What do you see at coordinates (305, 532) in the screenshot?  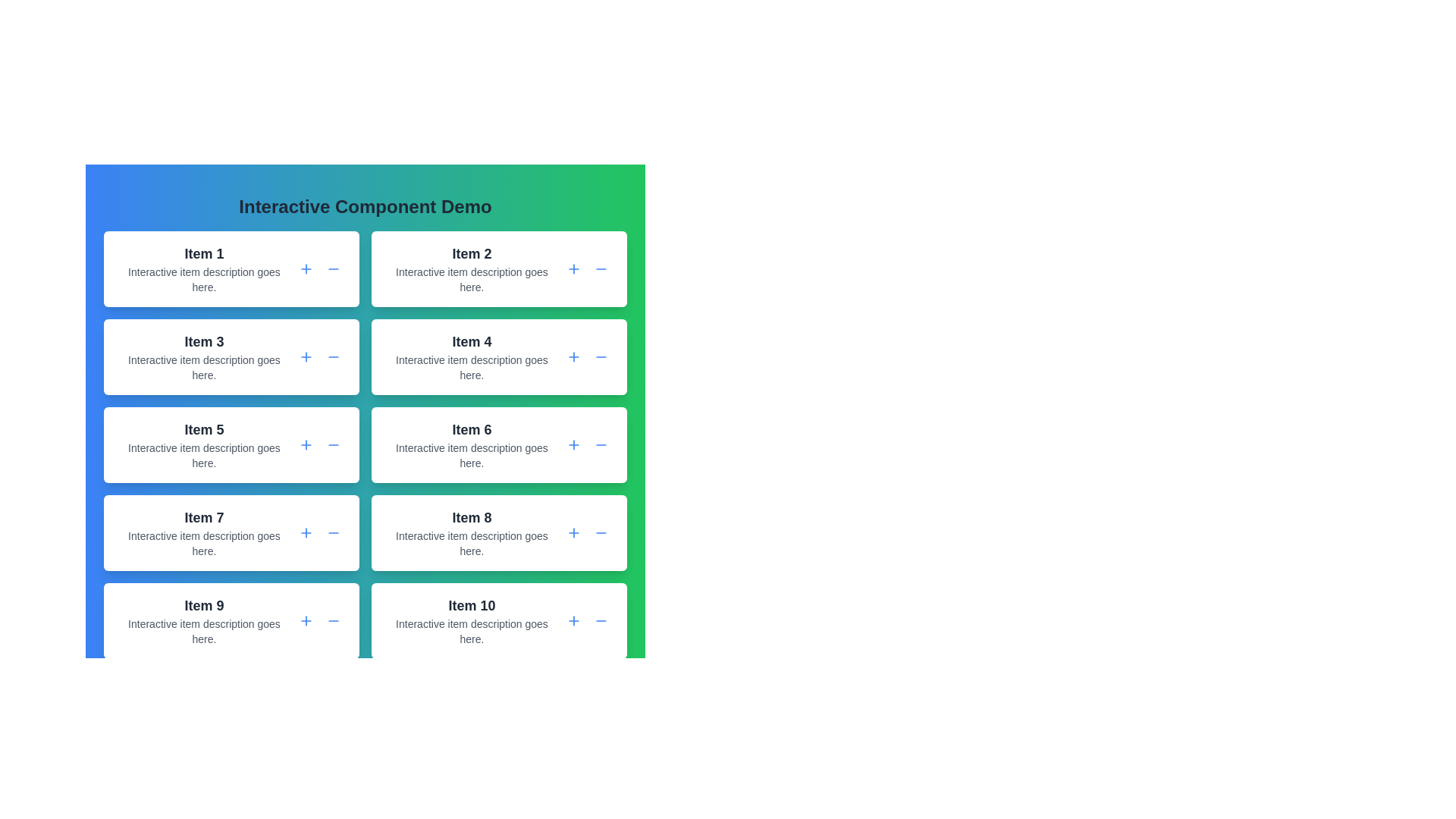 I see `the icon located to the right of the text 'Item 7' in the 'Interactive Component Demo' interface` at bounding box center [305, 532].